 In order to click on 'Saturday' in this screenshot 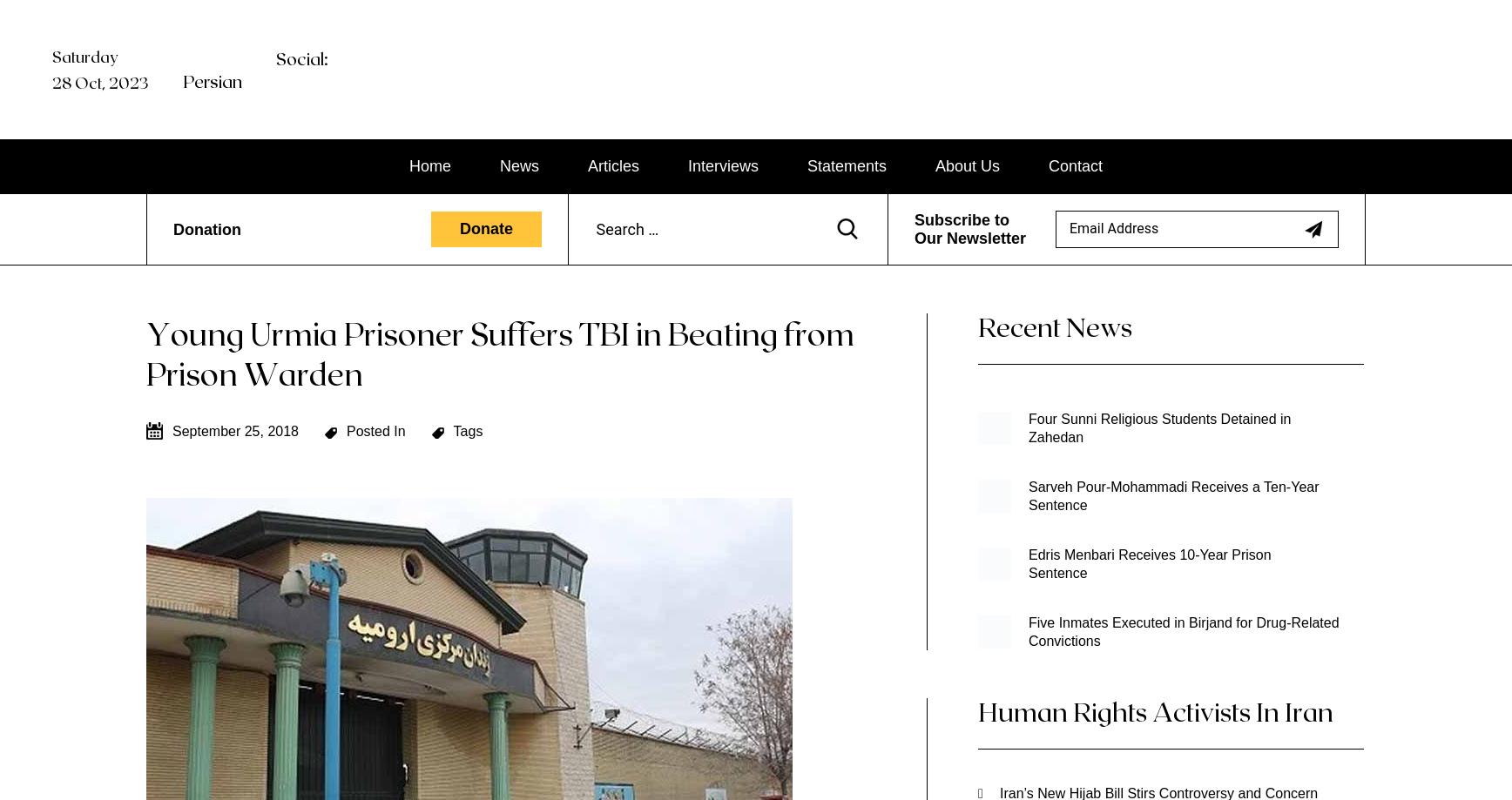, I will do `click(85, 56)`.